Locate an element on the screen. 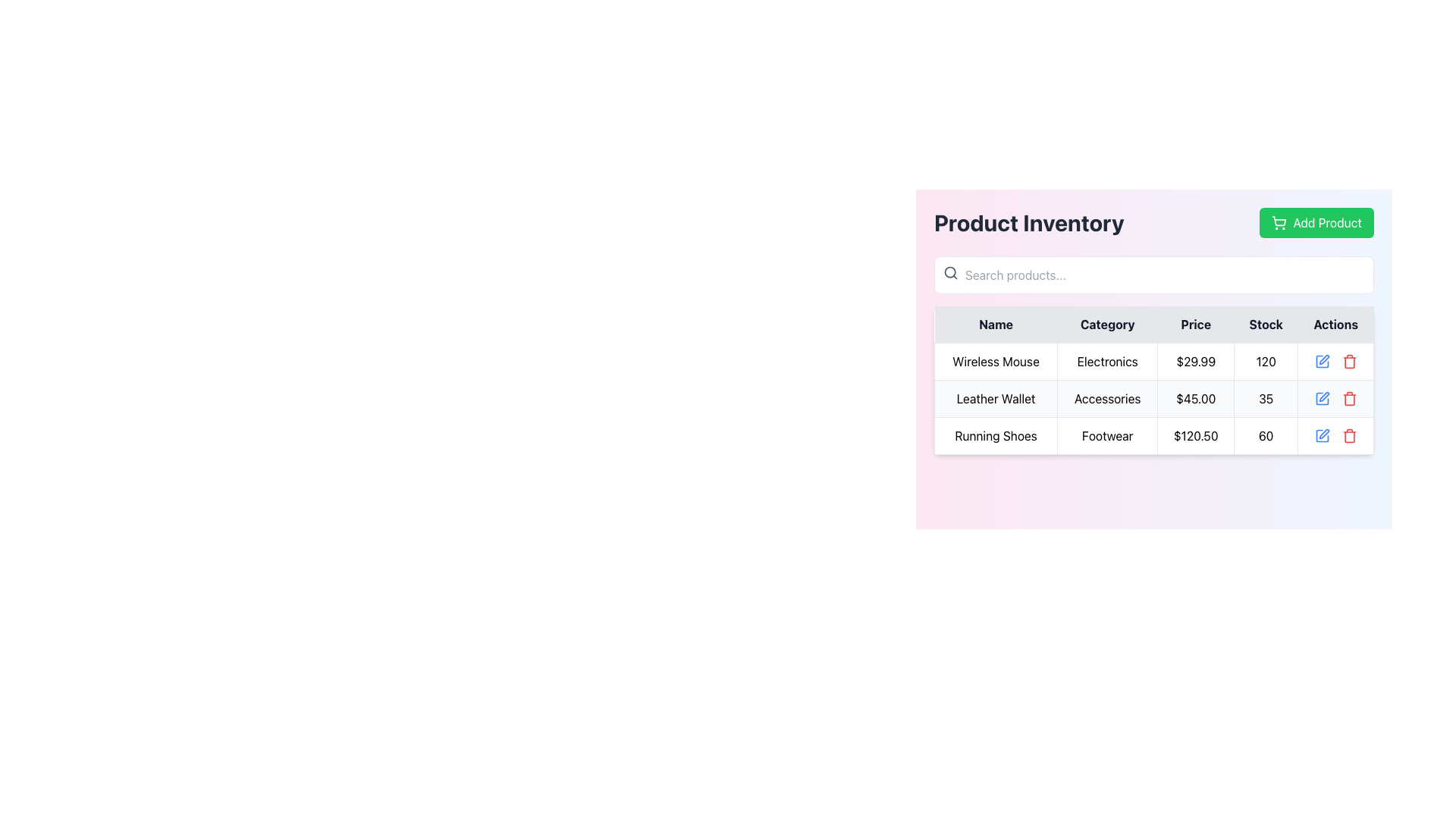 The width and height of the screenshot is (1456, 819). the delete icon button in the third row of the 'Actions' column of the 'Product Inventory' table to observe its hover effect is located at coordinates (1349, 435).